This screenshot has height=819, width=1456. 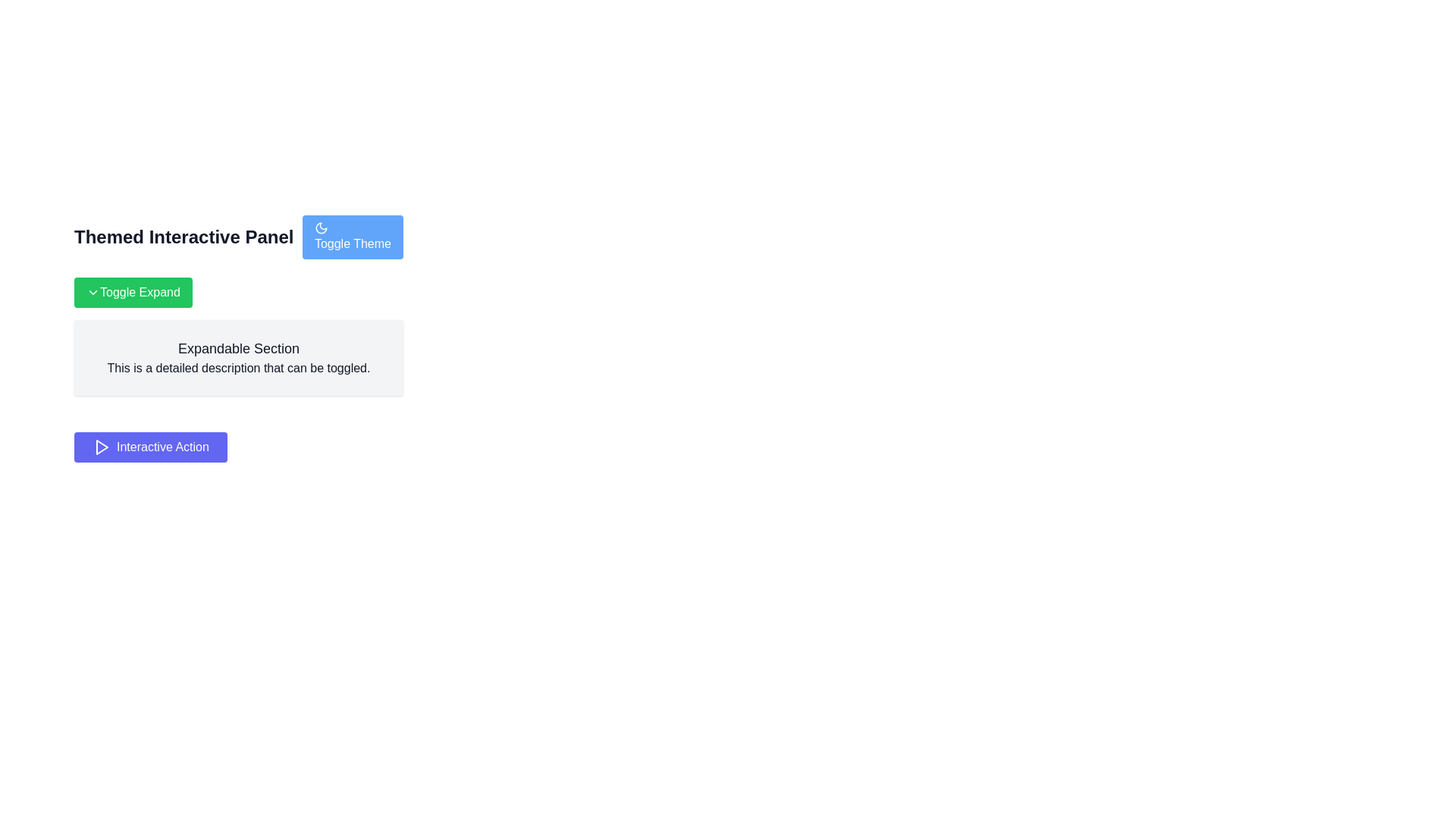 I want to click on the triangular play icon with a thin outline, which is centrally positioned within the blue button labeled 'Interactive Action', so click(x=101, y=447).